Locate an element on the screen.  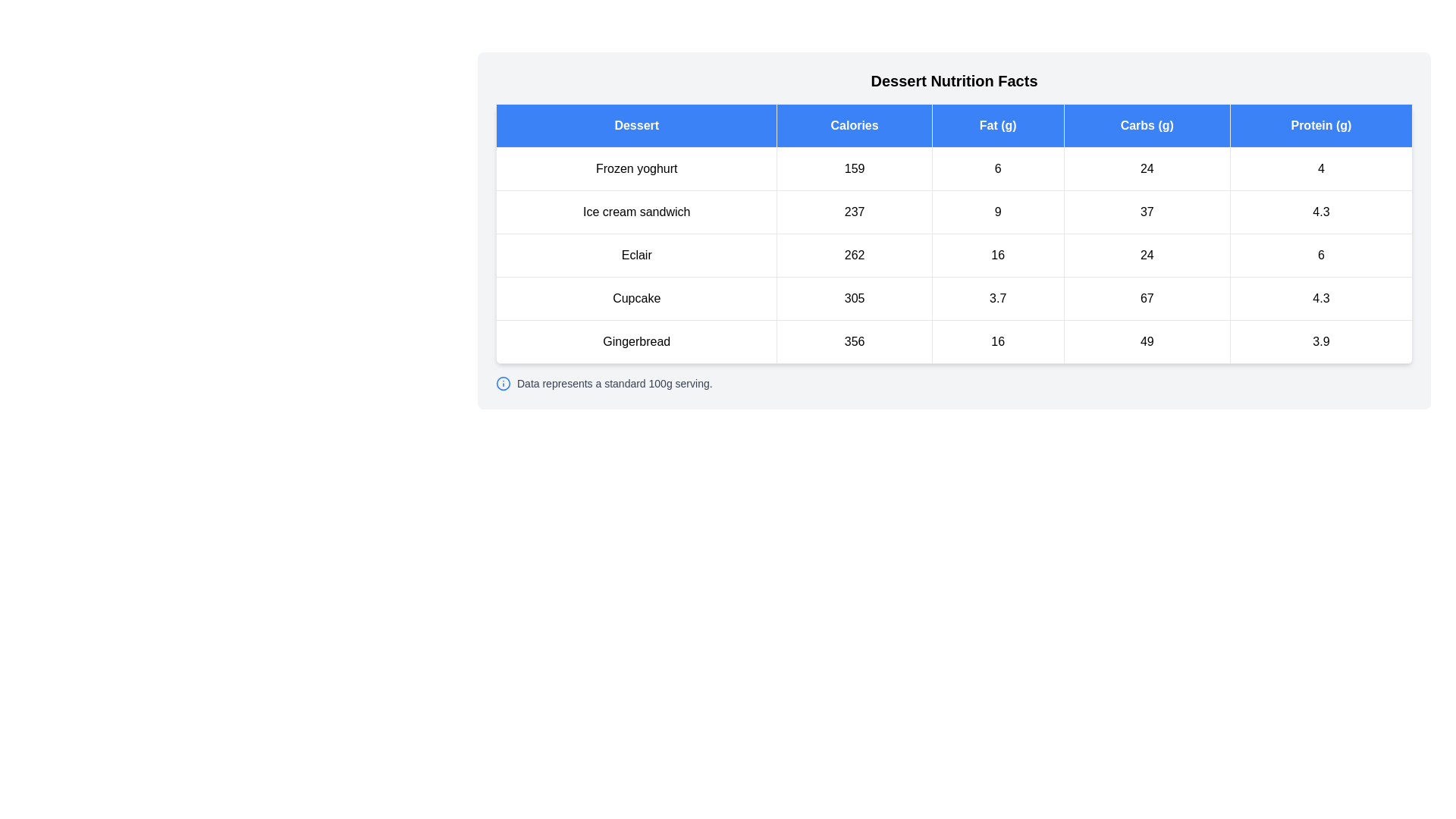
the header Calories to sort the table by that column is located at coordinates (855, 124).